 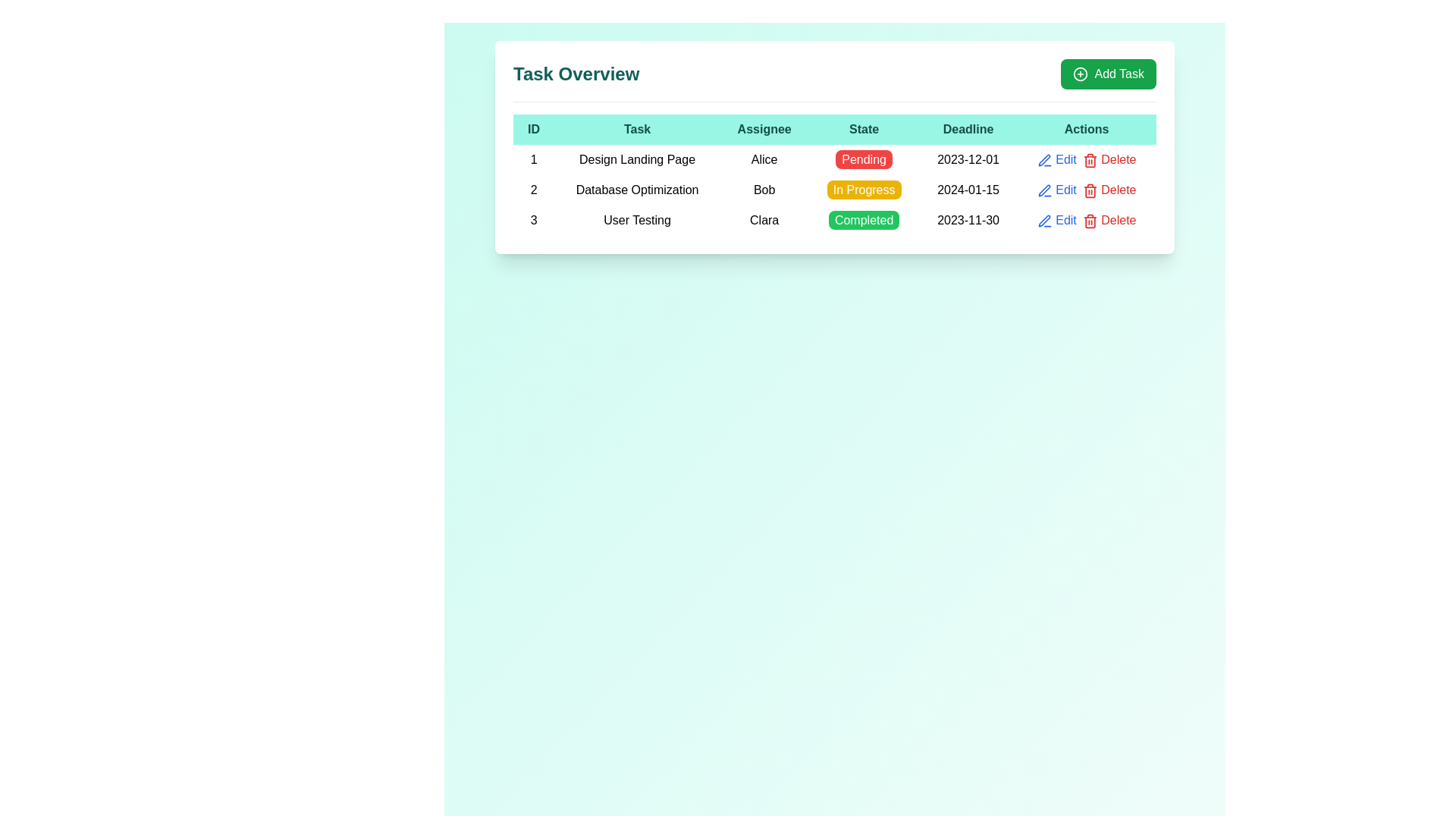 What do you see at coordinates (1080, 74) in the screenshot?
I see `the circular icon with a plus sign in its center, which is styled with a green outline and located to the left of the 'Add Task' text within a green button at the top-right corner of the interface` at bounding box center [1080, 74].